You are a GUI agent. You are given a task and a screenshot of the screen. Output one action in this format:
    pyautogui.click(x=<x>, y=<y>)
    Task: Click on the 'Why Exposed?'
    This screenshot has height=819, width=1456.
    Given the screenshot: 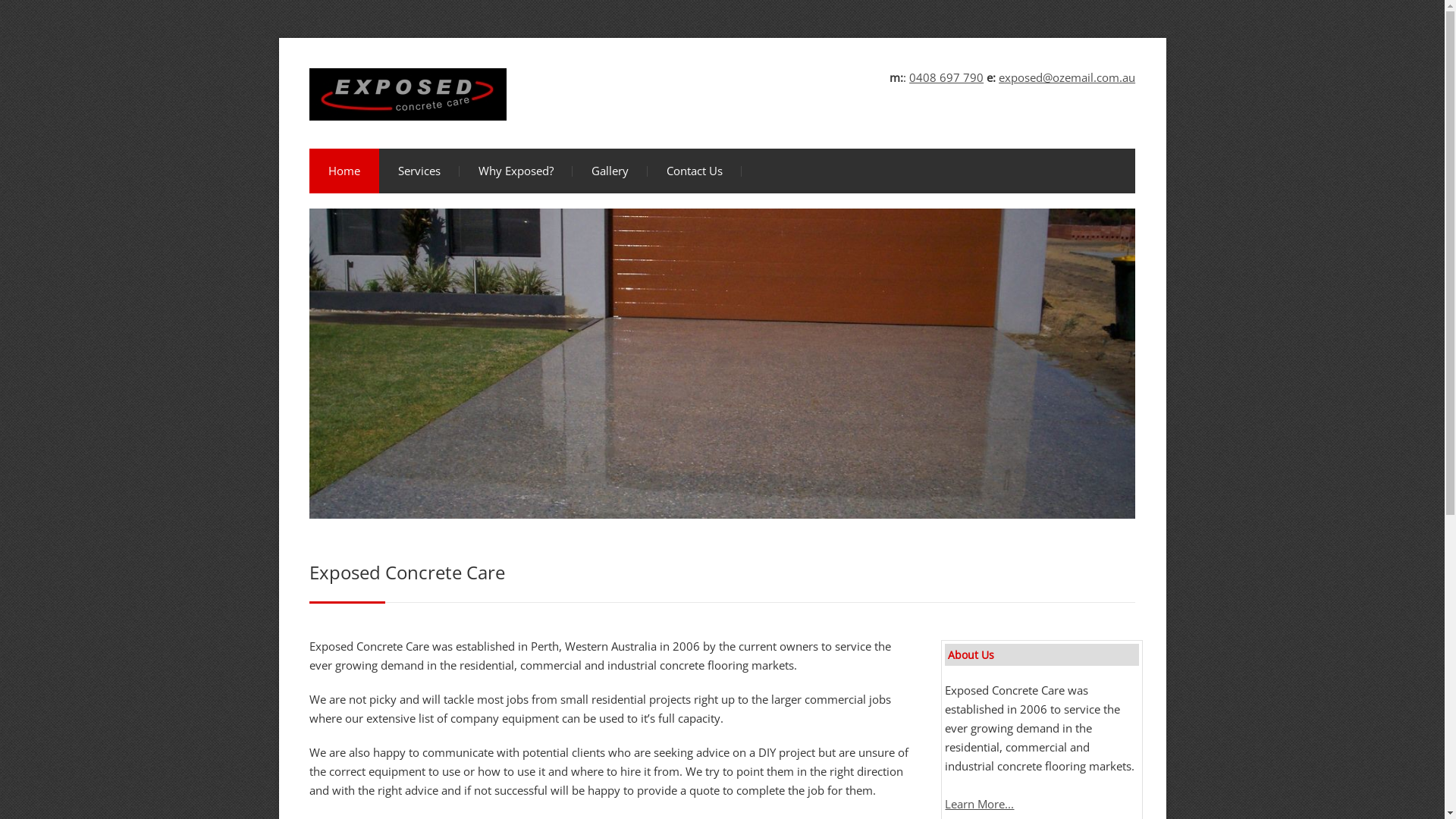 What is the action you would take?
    pyautogui.click(x=458, y=171)
    